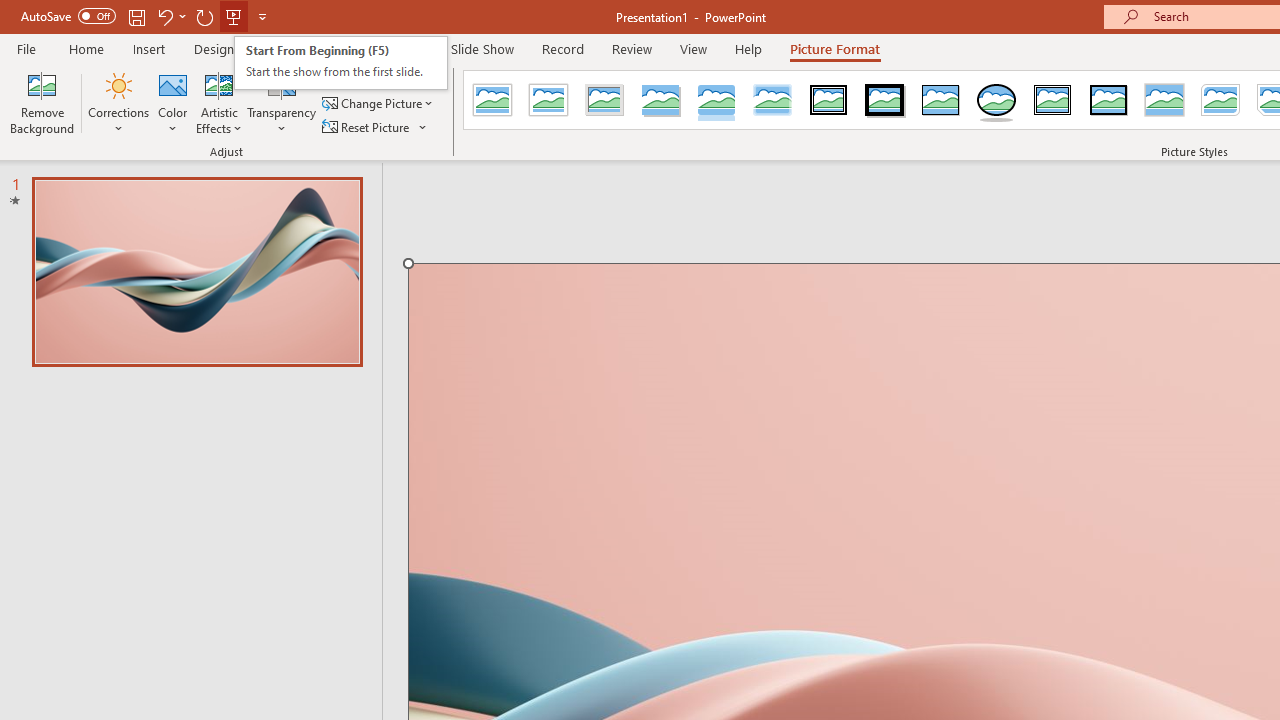 The height and width of the screenshot is (720, 1280). I want to click on 'Undo', so click(164, 16).